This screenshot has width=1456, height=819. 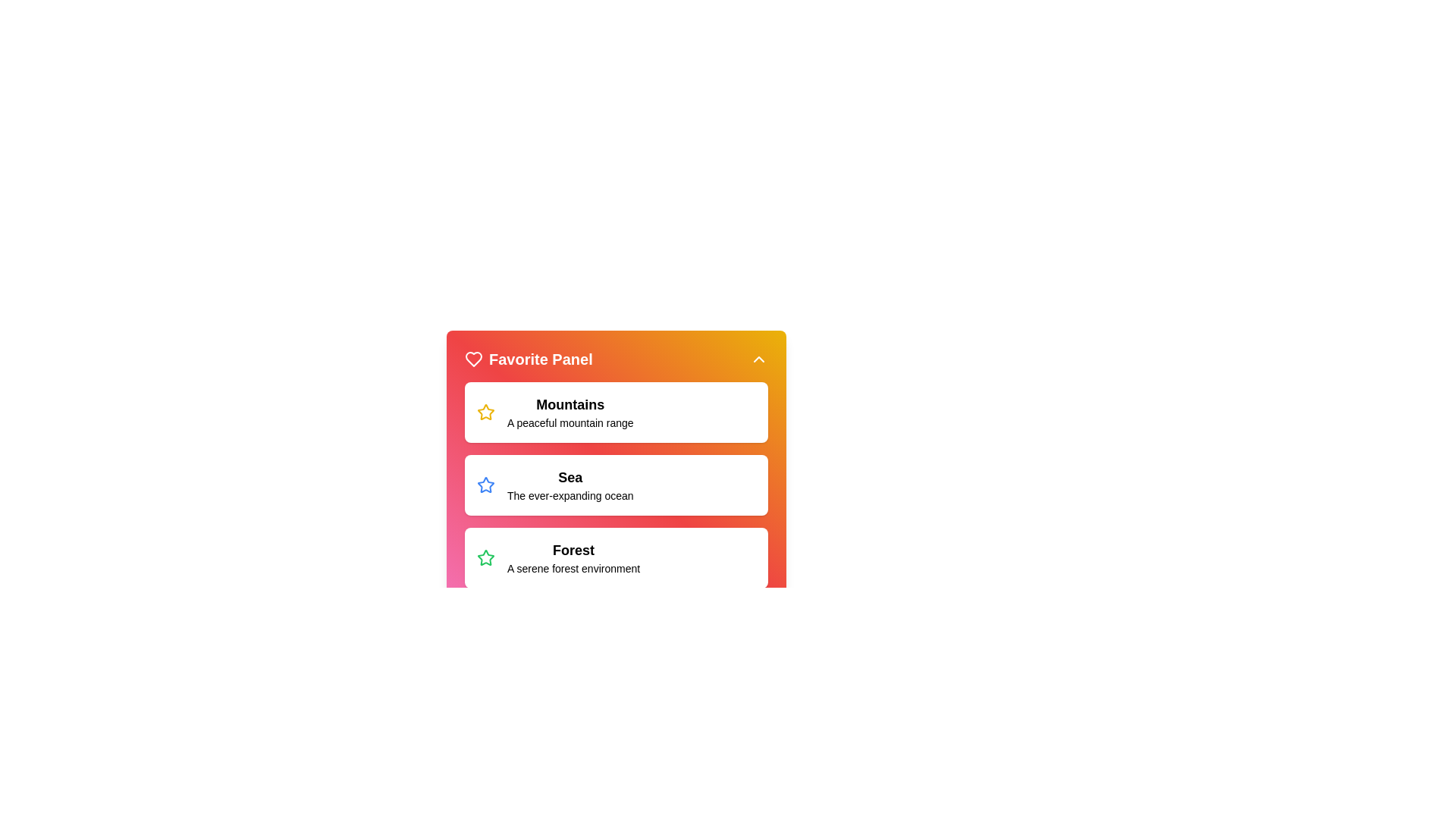 I want to click on the star icon button in the 'Forest' section of the 'Favorite Panel', so click(x=486, y=558).